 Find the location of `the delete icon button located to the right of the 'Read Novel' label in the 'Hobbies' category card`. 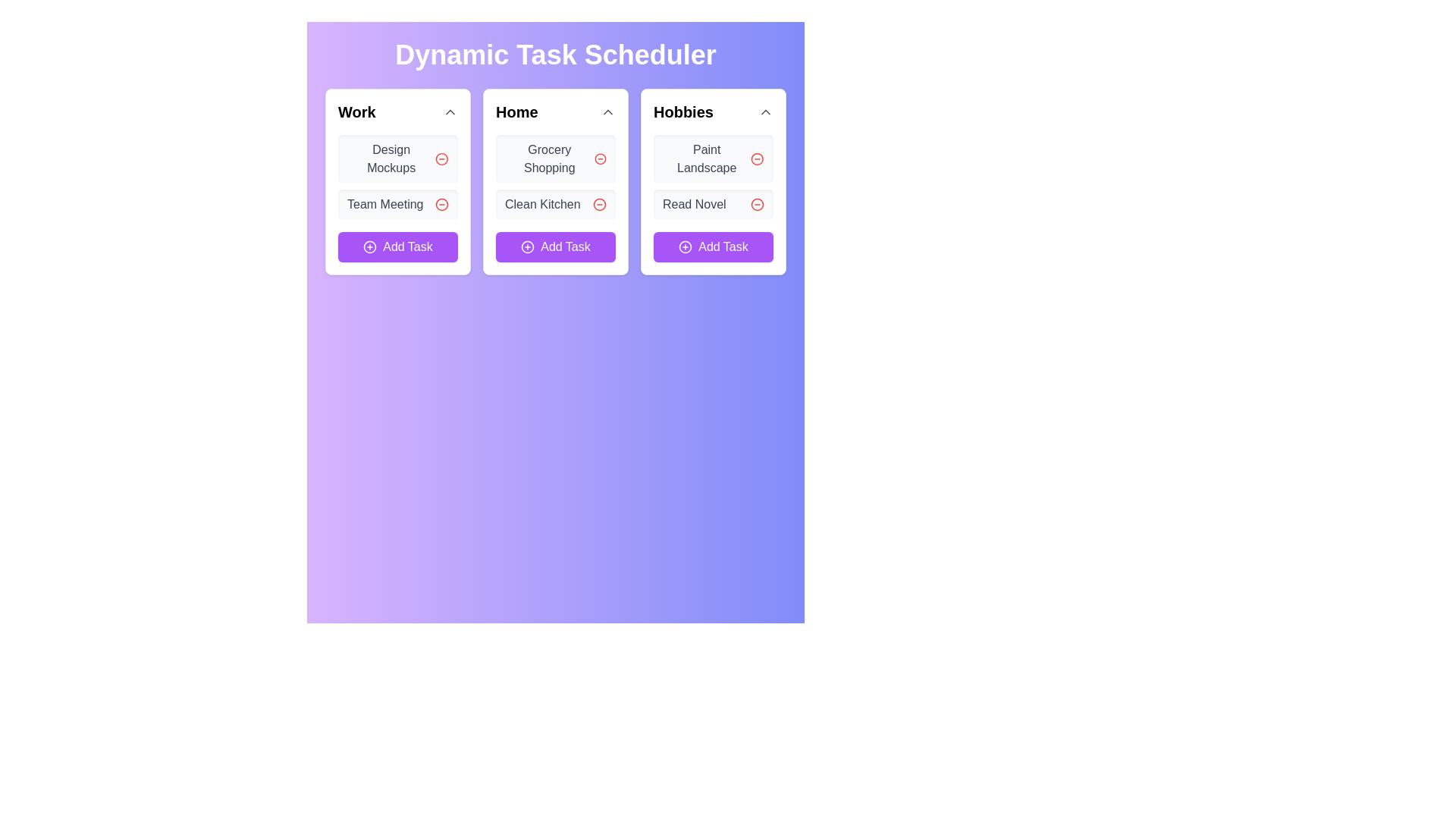

the delete icon button located to the right of the 'Read Novel' label in the 'Hobbies' category card is located at coordinates (757, 205).